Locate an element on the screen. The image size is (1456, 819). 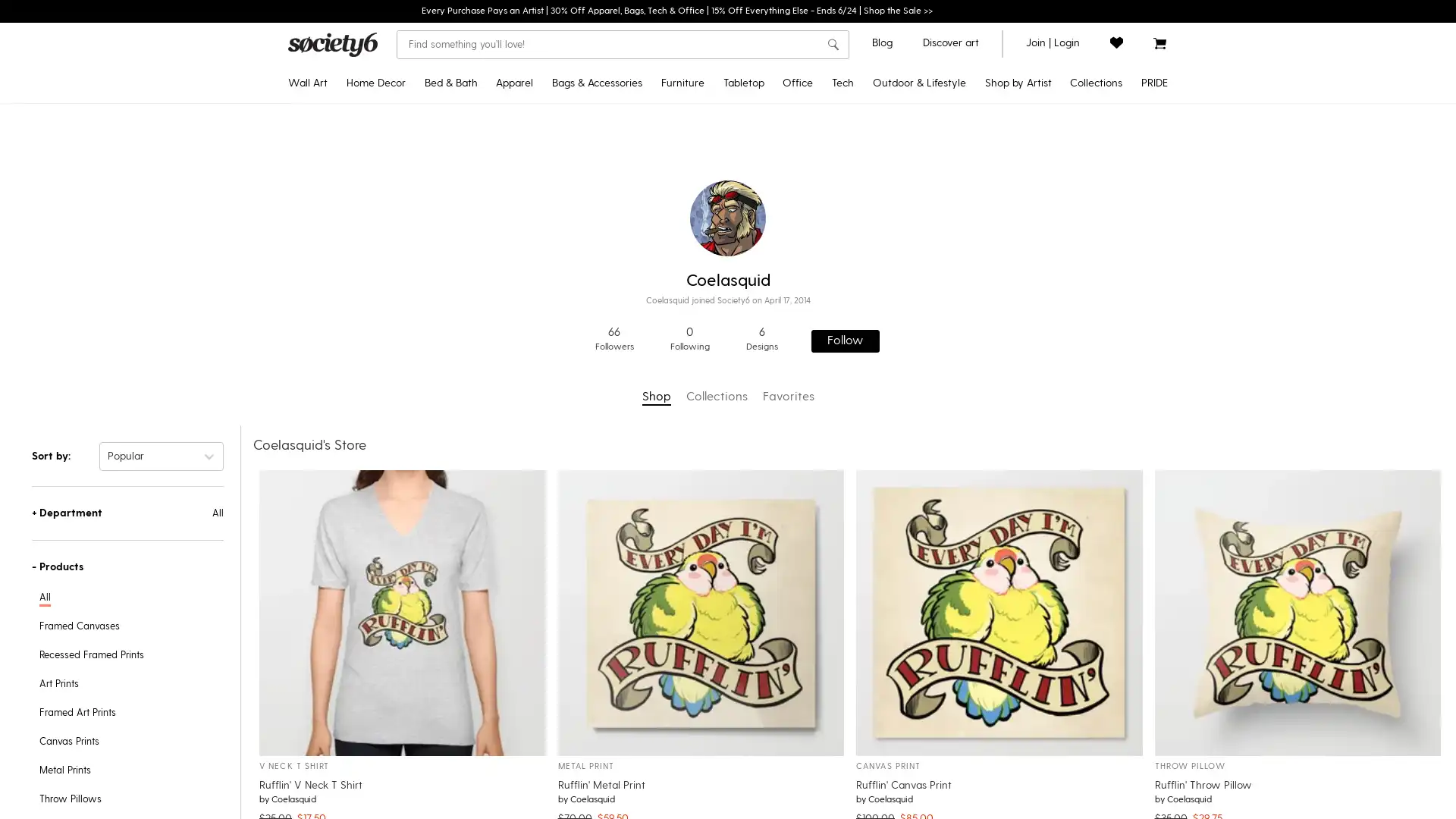
Can Coolers is located at coordinates (939, 317).